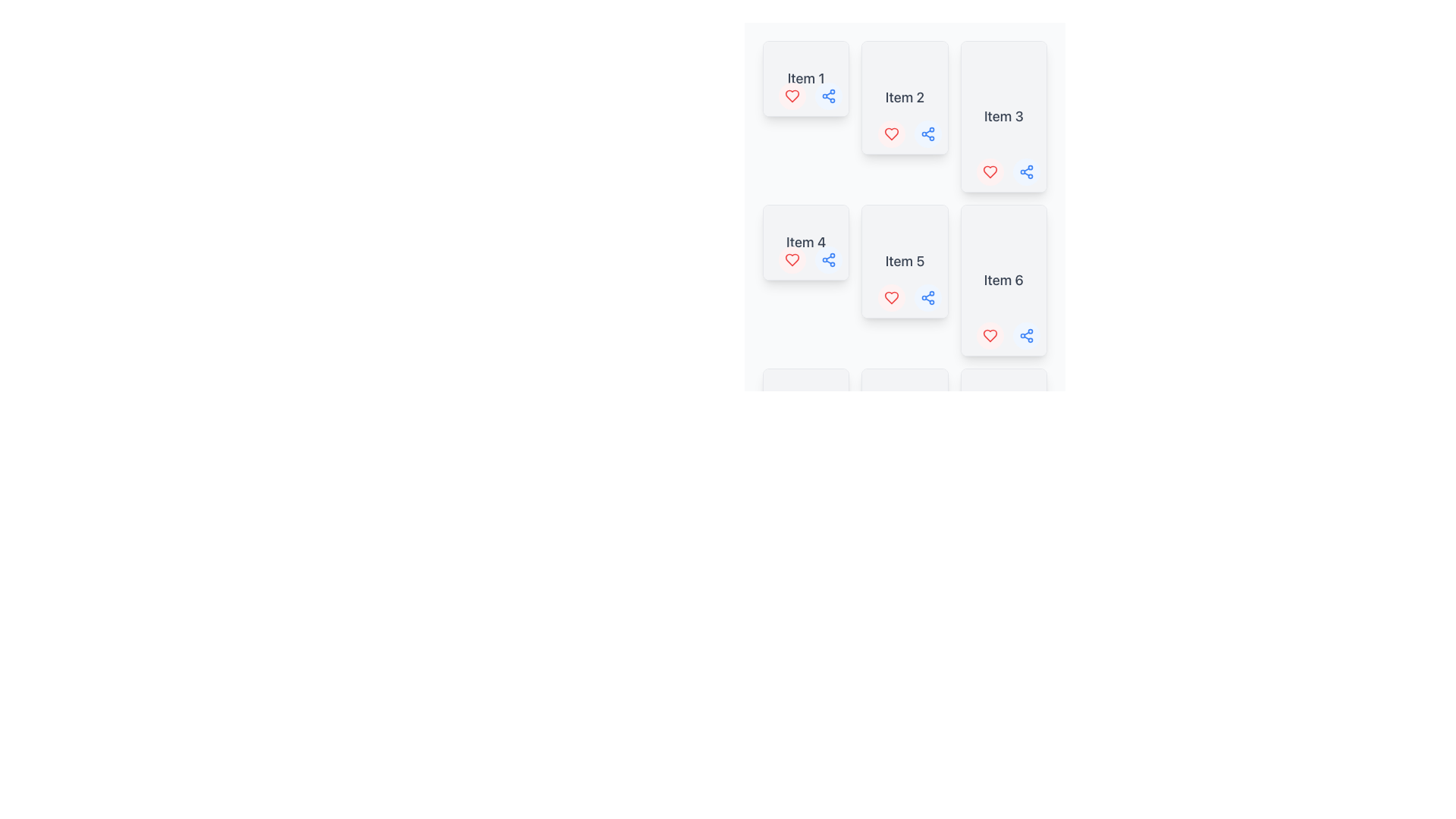 The width and height of the screenshot is (1456, 819). Describe the element at coordinates (1026, 335) in the screenshot. I see `the circular blue button with a white share icon located at the bottom-right corner of the 'Item 6' card` at that location.